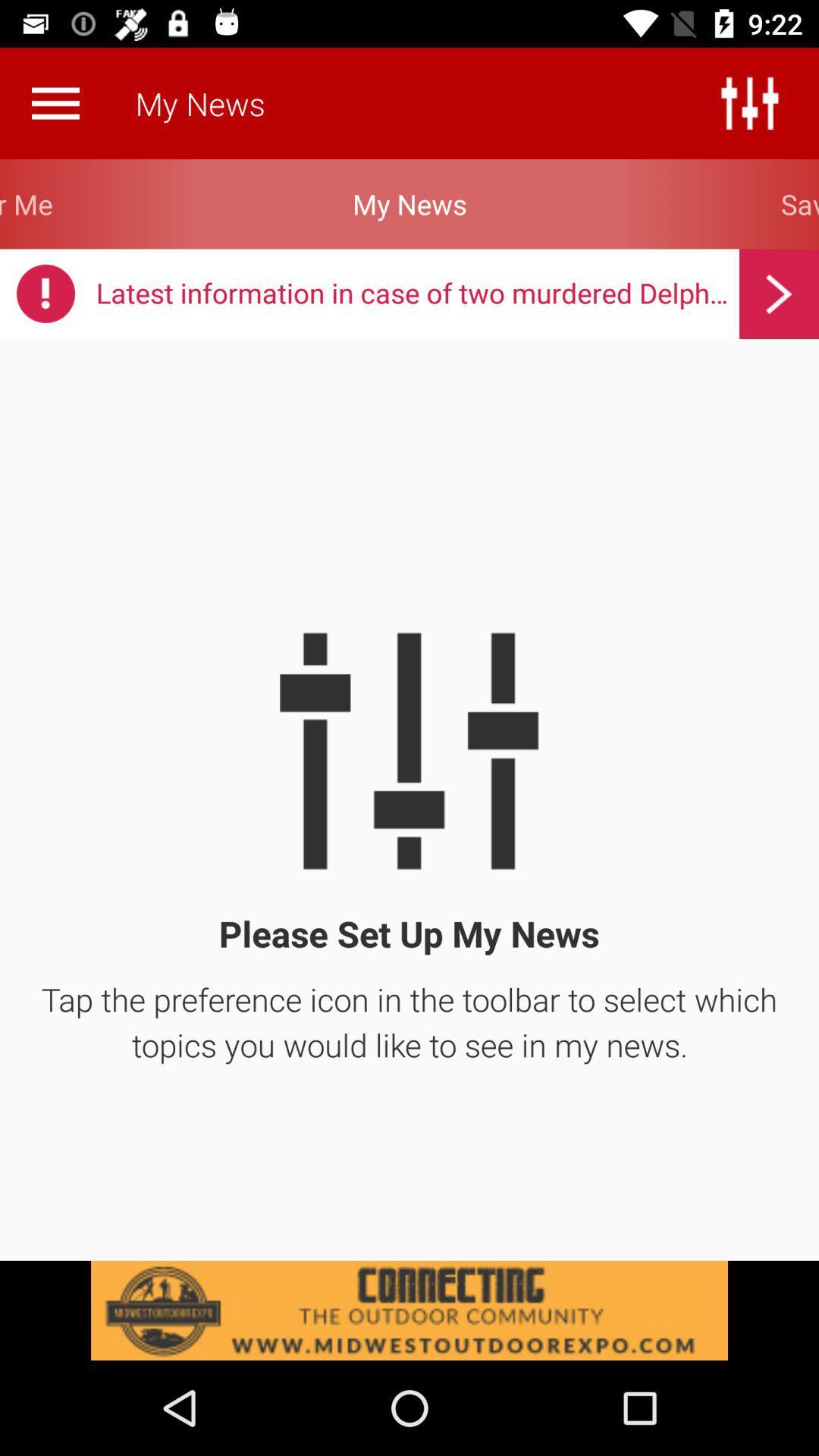 The image size is (819, 1456). What do you see at coordinates (55, 102) in the screenshot?
I see `open menu` at bounding box center [55, 102].